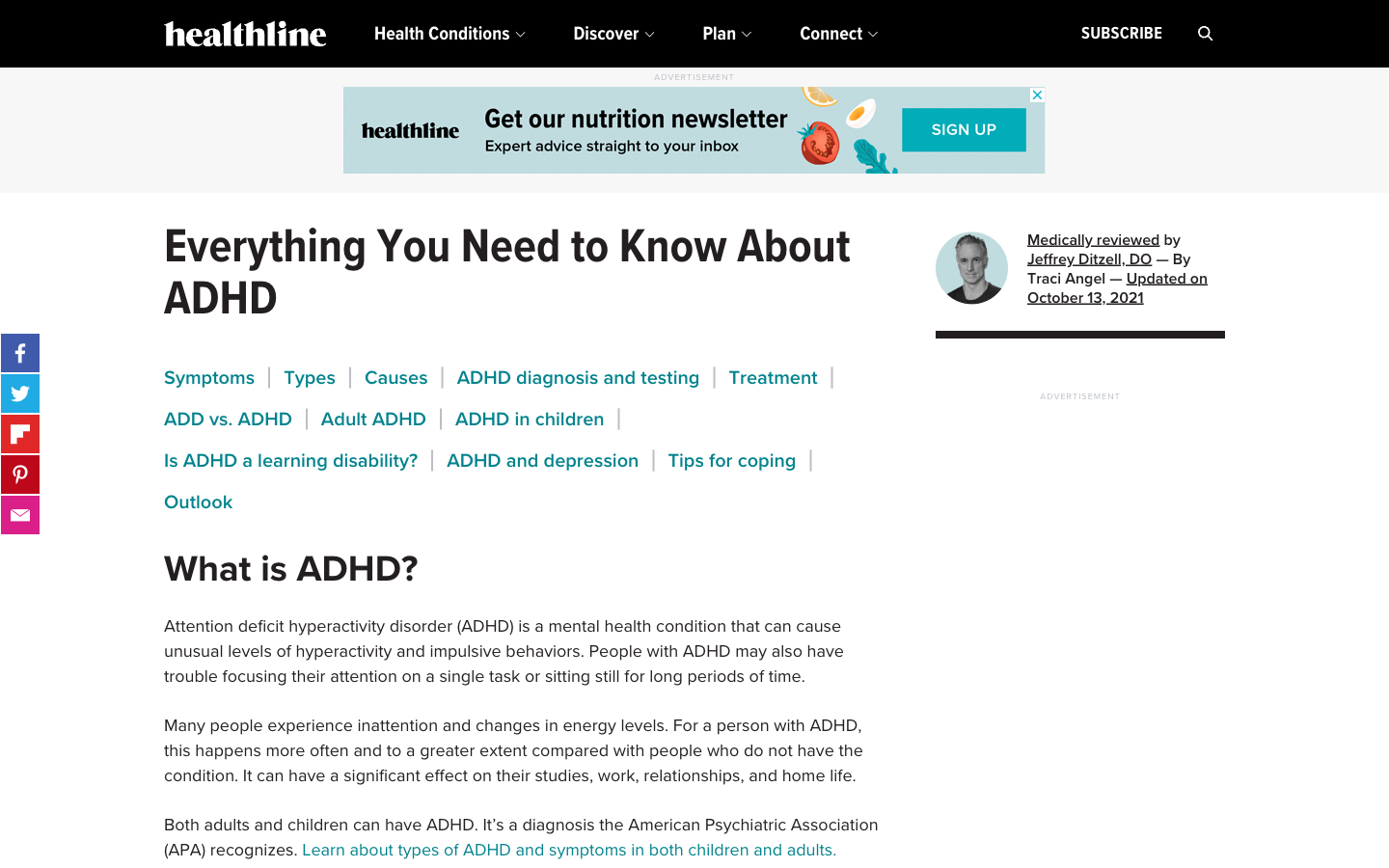  What do you see at coordinates (1205, 33) in the screenshot?
I see `Use the search engine to explore more about Insomnia` at bounding box center [1205, 33].